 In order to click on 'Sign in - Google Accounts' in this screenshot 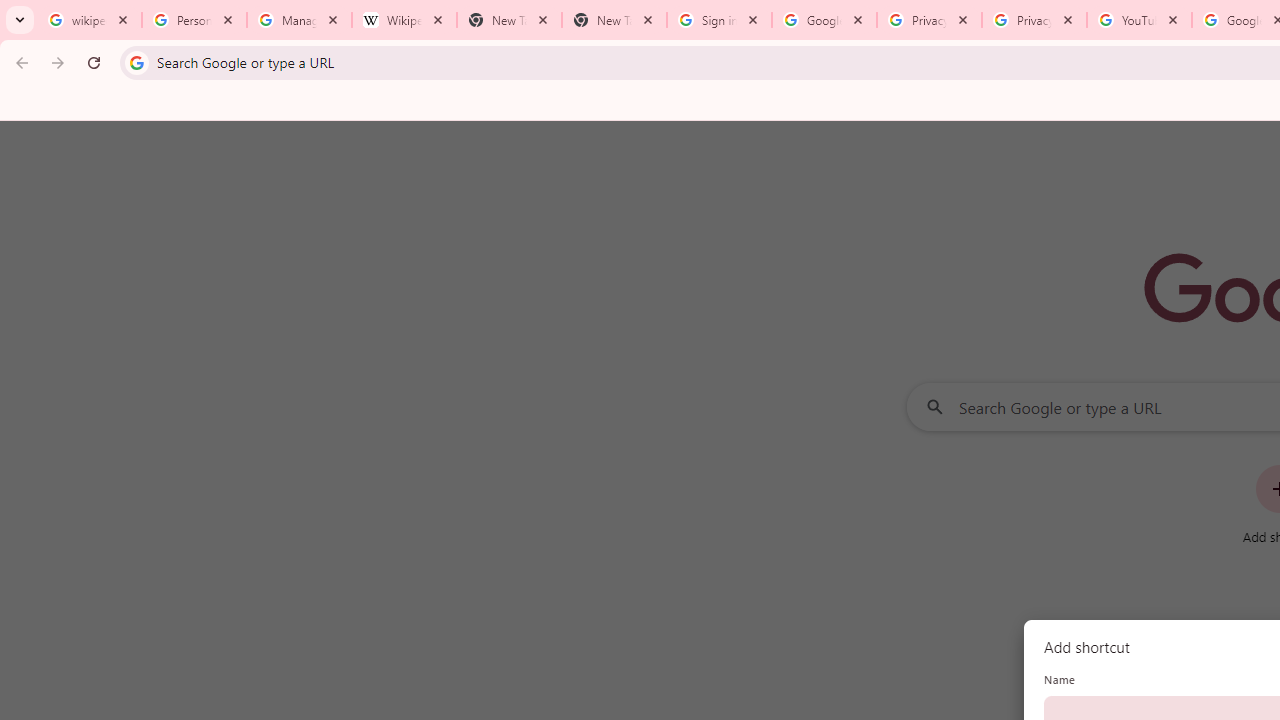, I will do `click(719, 20)`.